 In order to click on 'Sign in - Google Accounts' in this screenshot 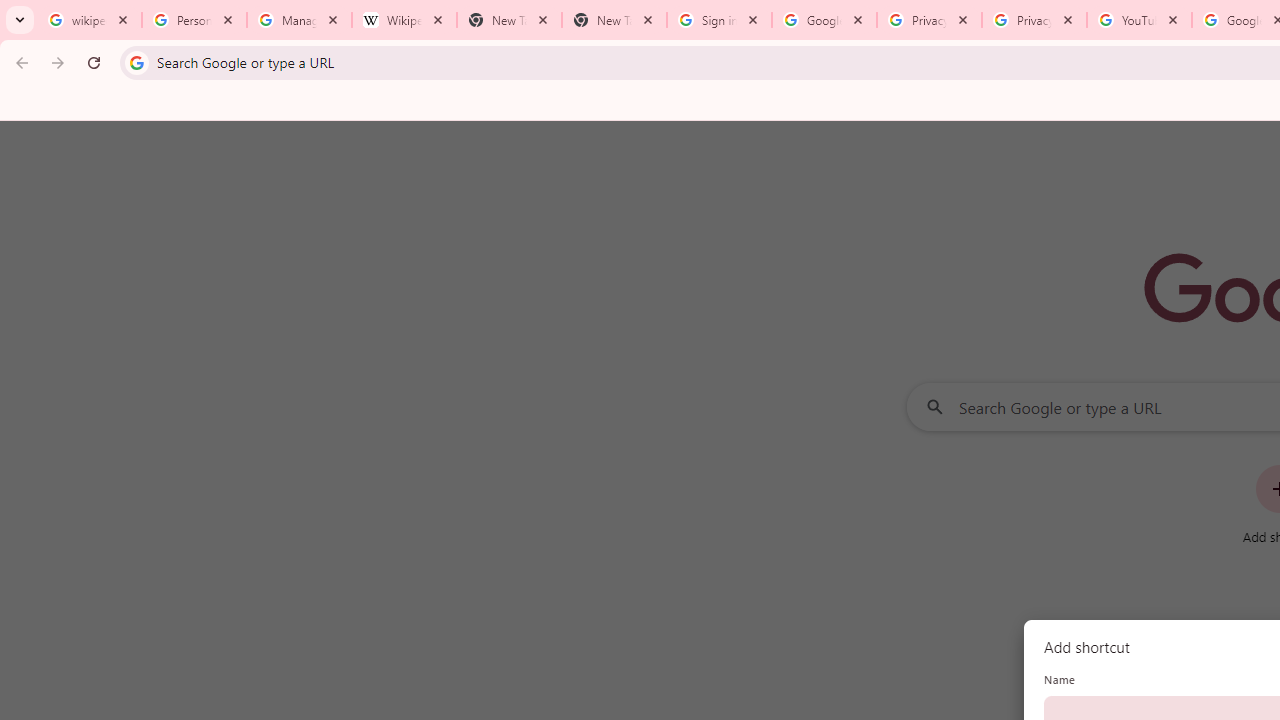, I will do `click(719, 20)`.